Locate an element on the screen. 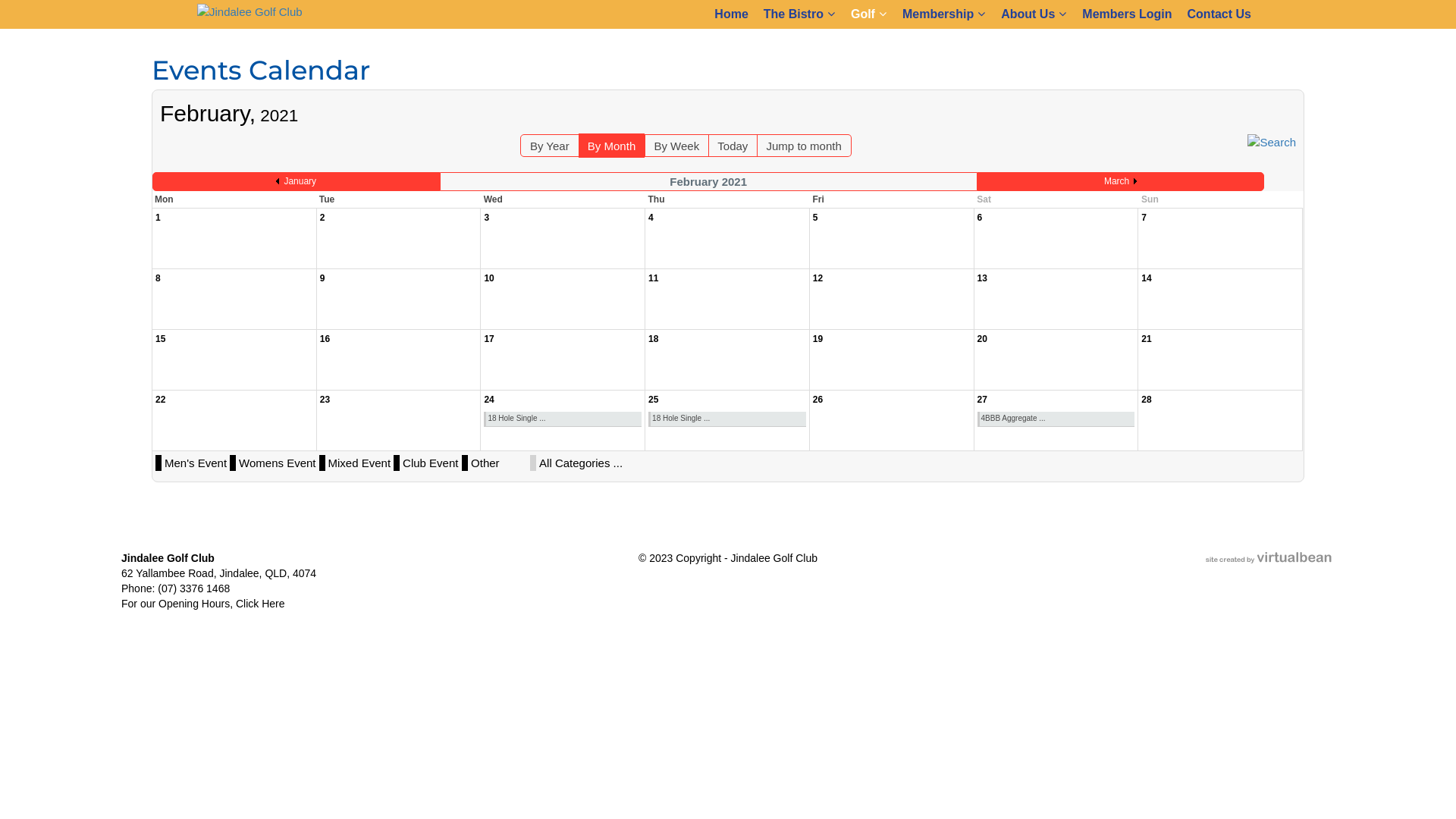 This screenshot has height=819, width=1456. '23' is located at coordinates (324, 399).